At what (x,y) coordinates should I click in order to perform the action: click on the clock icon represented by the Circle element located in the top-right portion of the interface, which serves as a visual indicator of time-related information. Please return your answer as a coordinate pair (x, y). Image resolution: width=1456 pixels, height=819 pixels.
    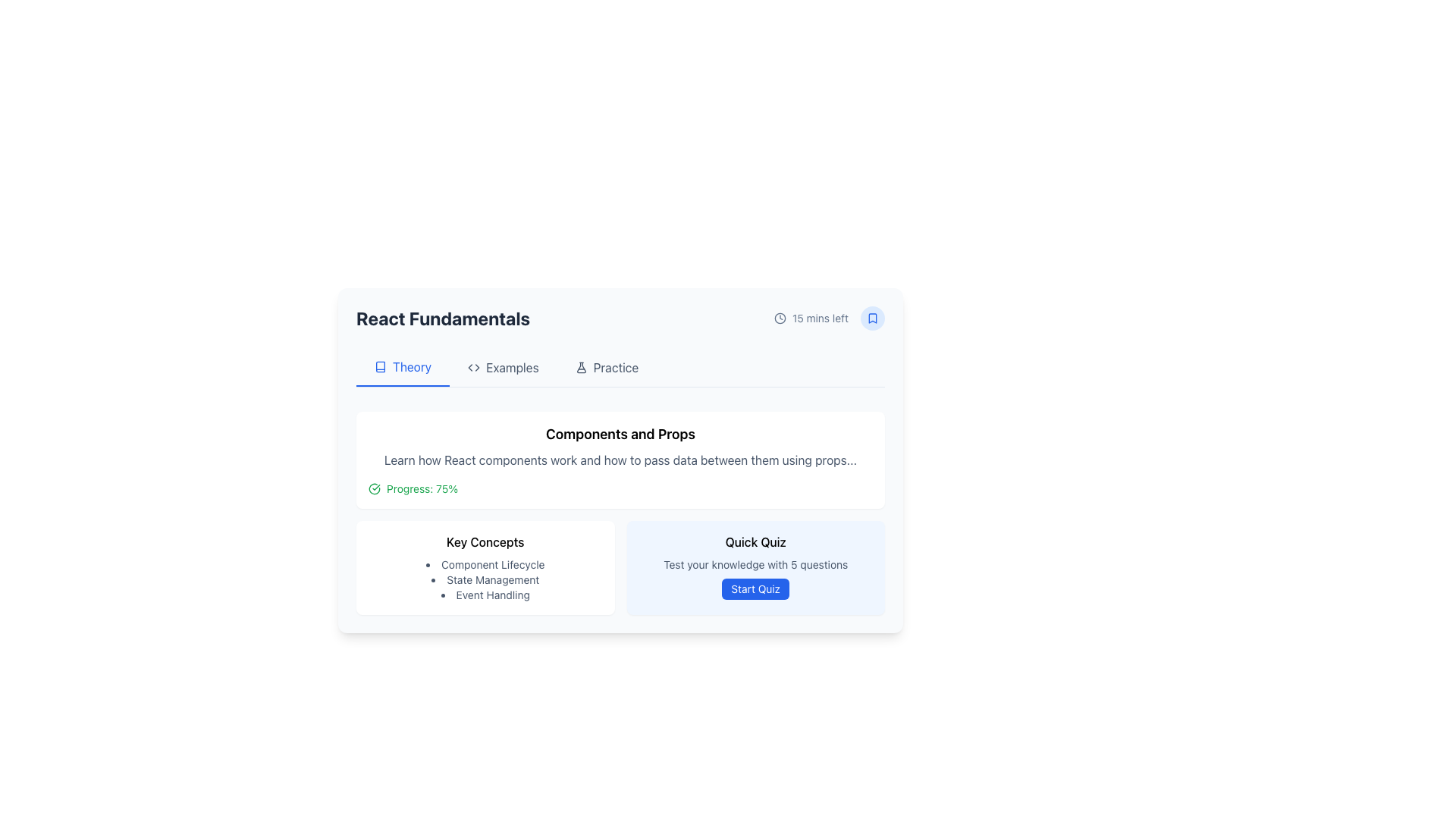
    Looking at the image, I should click on (780, 318).